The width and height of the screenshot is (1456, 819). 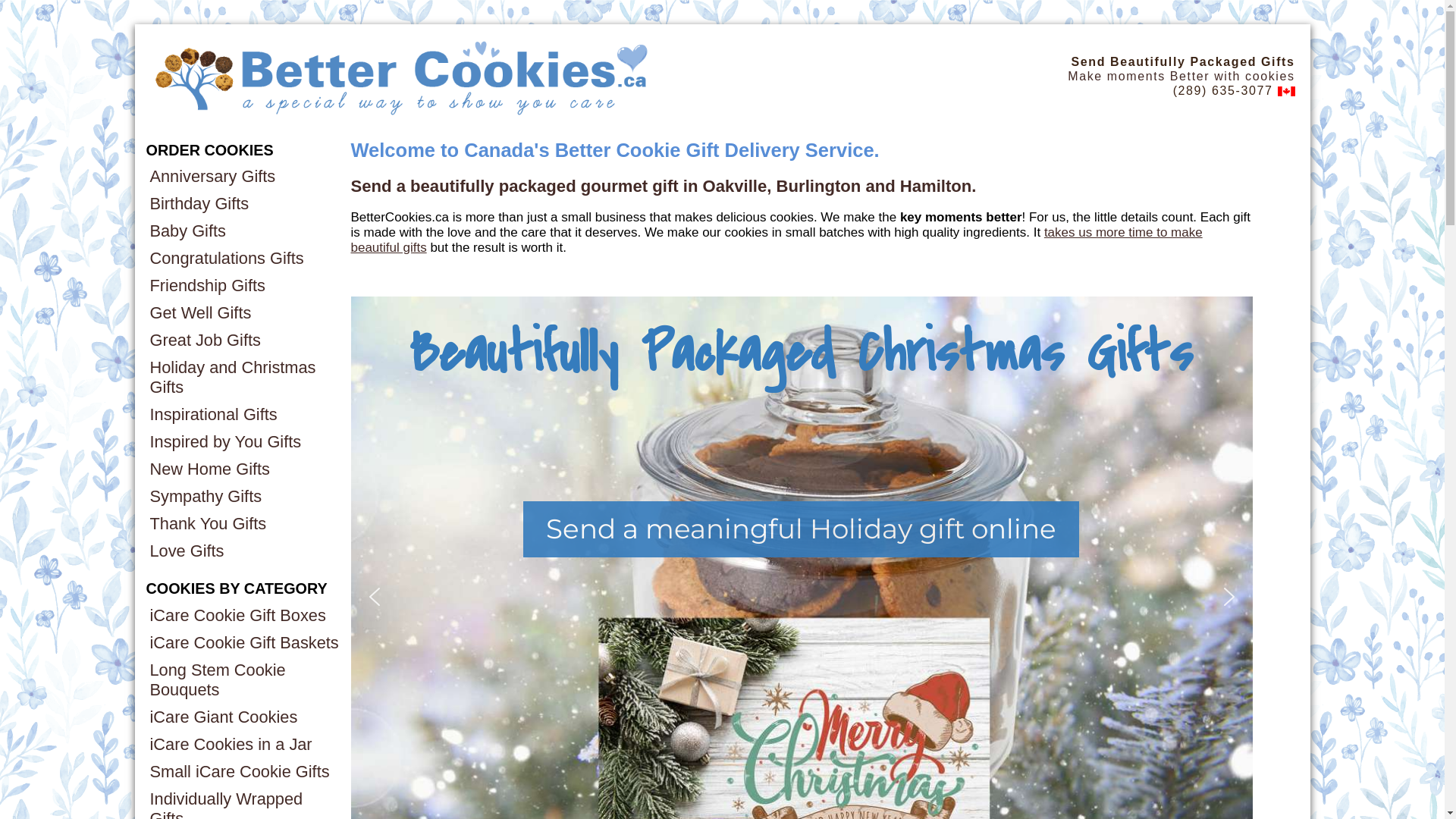 I want to click on 'Baby Gifts', so click(x=243, y=231).